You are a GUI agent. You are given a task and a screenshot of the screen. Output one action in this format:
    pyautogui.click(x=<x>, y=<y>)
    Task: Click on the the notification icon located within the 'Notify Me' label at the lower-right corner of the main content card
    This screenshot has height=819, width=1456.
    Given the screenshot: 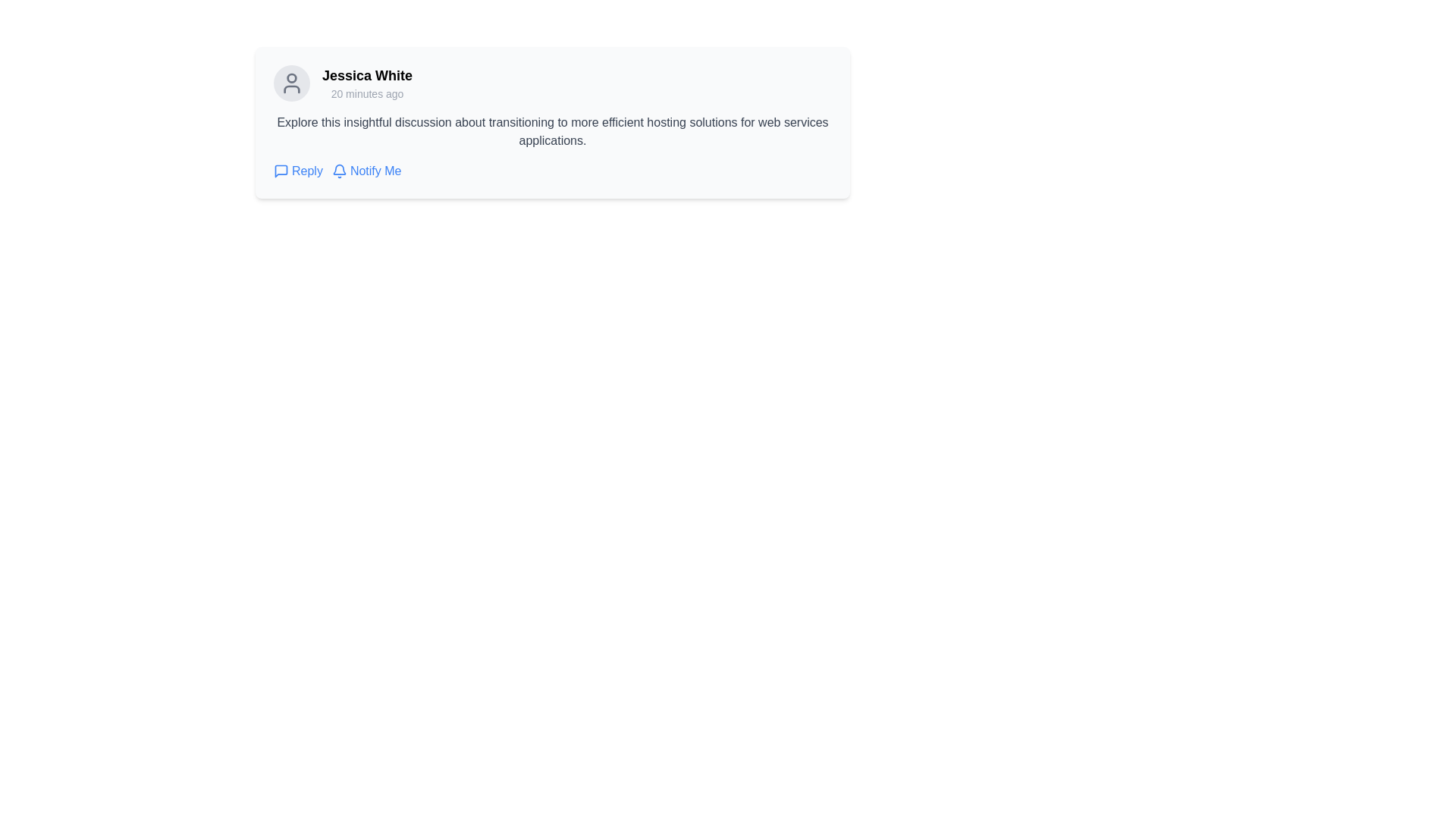 What is the action you would take?
    pyautogui.click(x=338, y=171)
    